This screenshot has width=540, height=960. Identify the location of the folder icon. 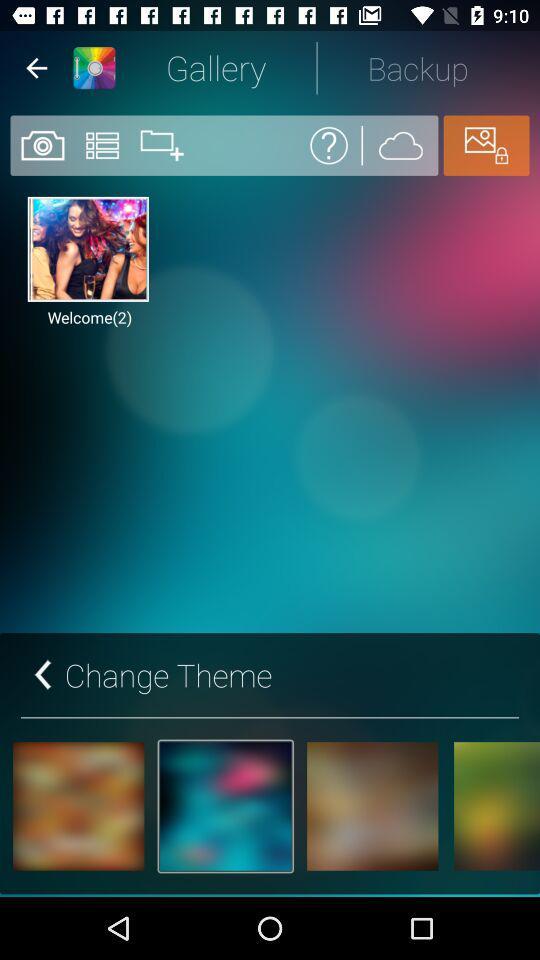
(161, 144).